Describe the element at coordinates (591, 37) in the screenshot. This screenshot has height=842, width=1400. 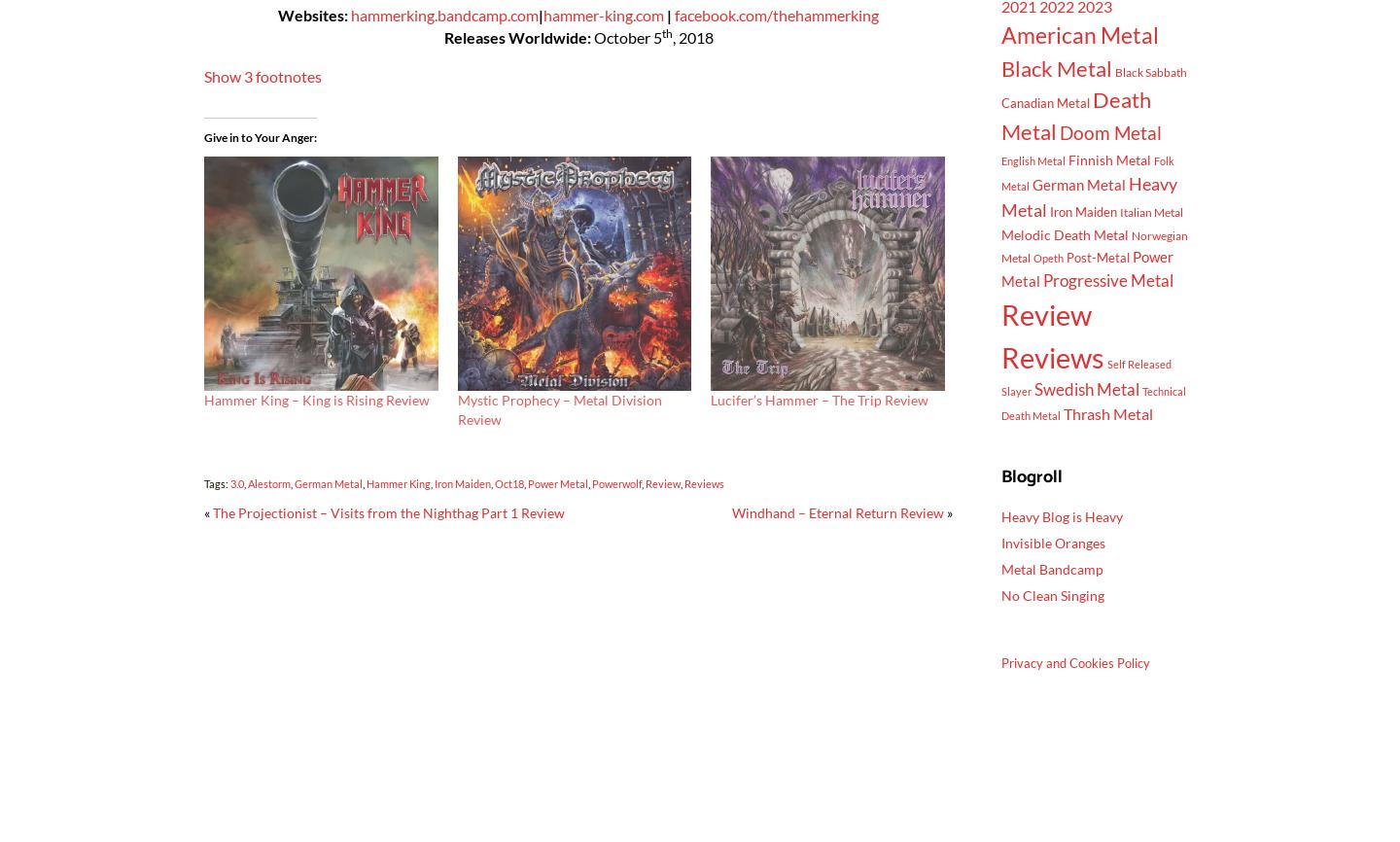
I see `'October 5'` at that location.